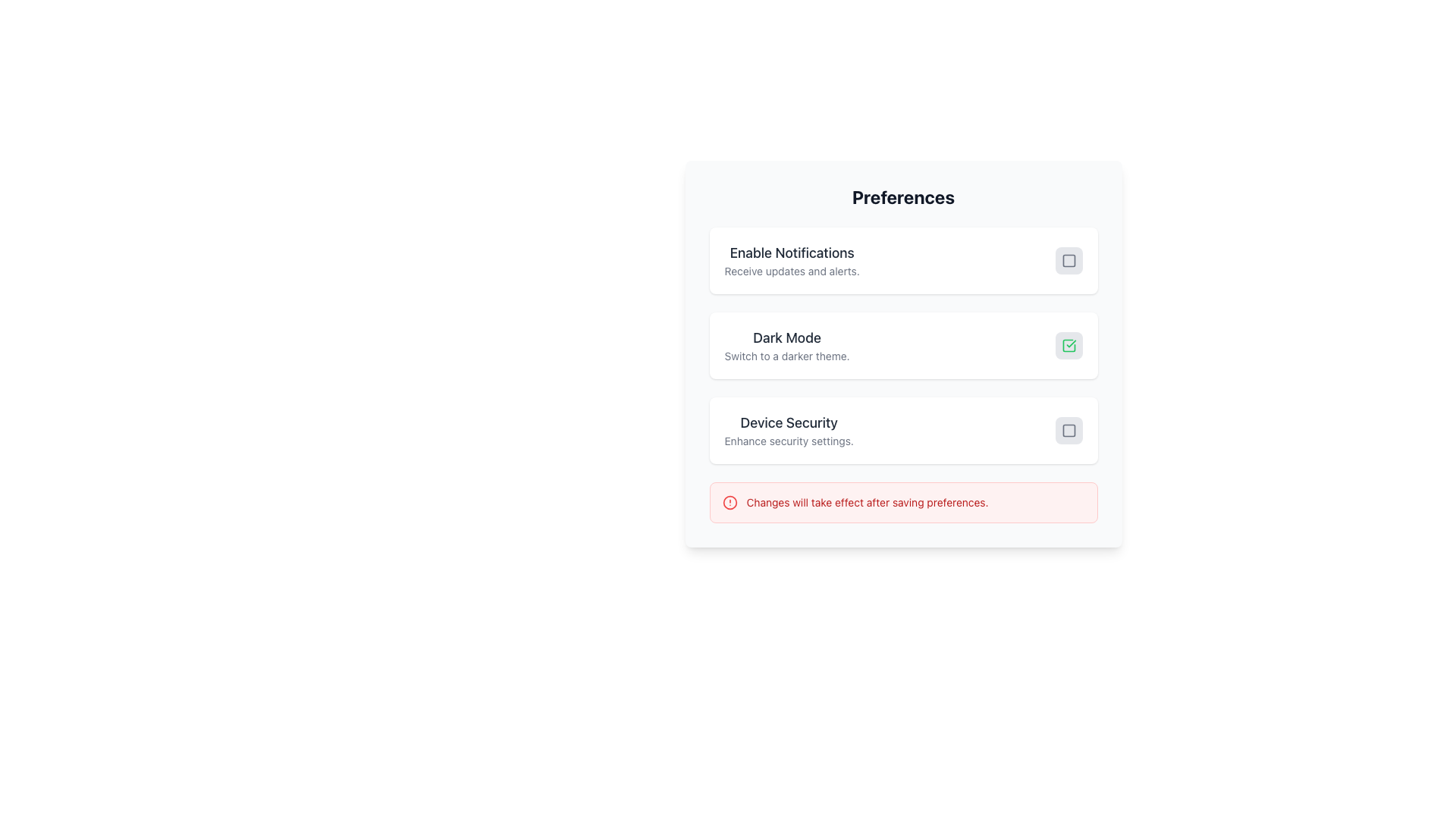 Image resolution: width=1456 pixels, height=819 pixels. What do you see at coordinates (1068, 430) in the screenshot?
I see `the 'Device Security' icon` at bounding box center [1068, 430].